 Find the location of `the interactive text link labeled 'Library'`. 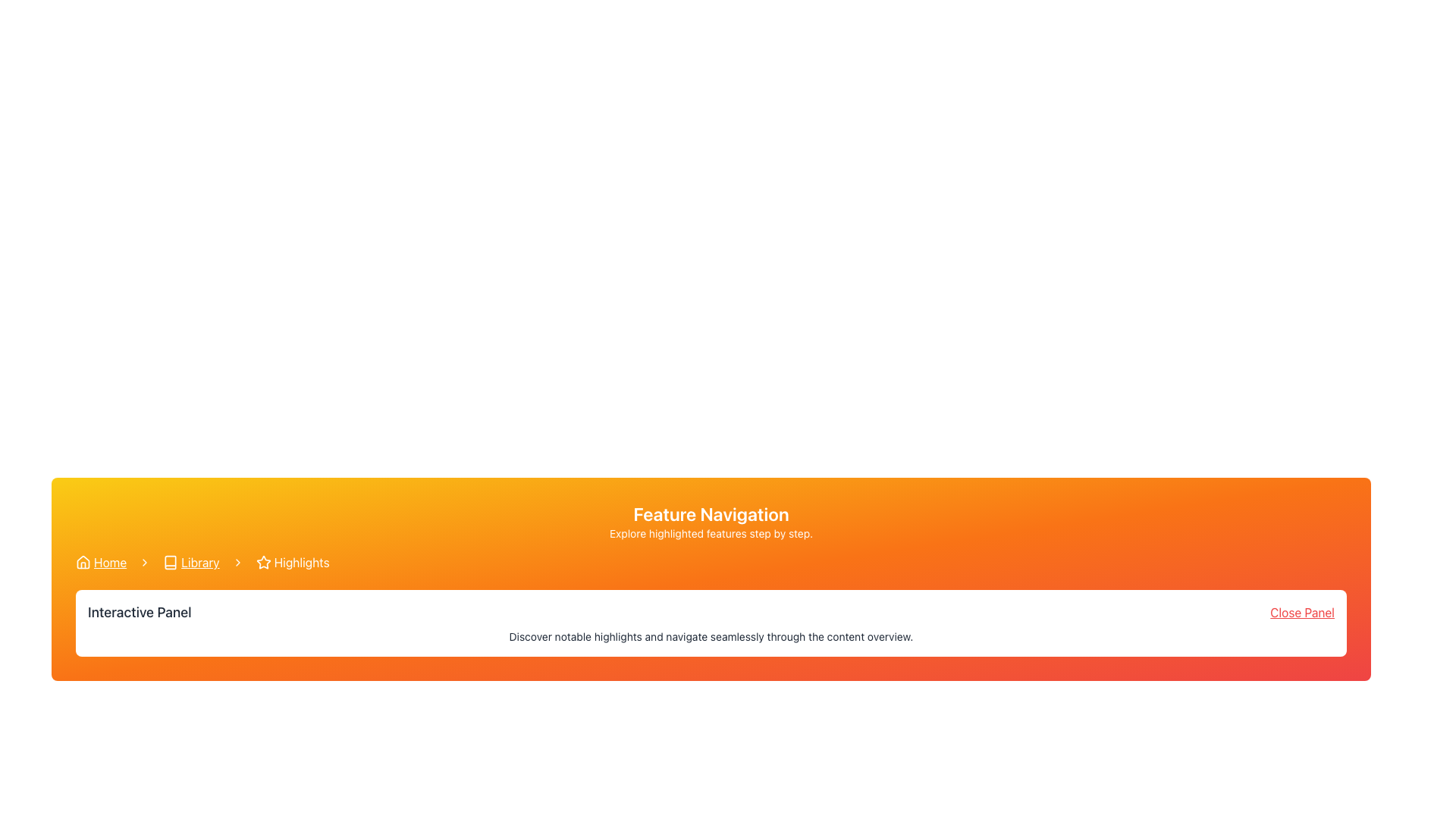

the interactive text link labeled 'Library' is located at coordinates (199, 562).